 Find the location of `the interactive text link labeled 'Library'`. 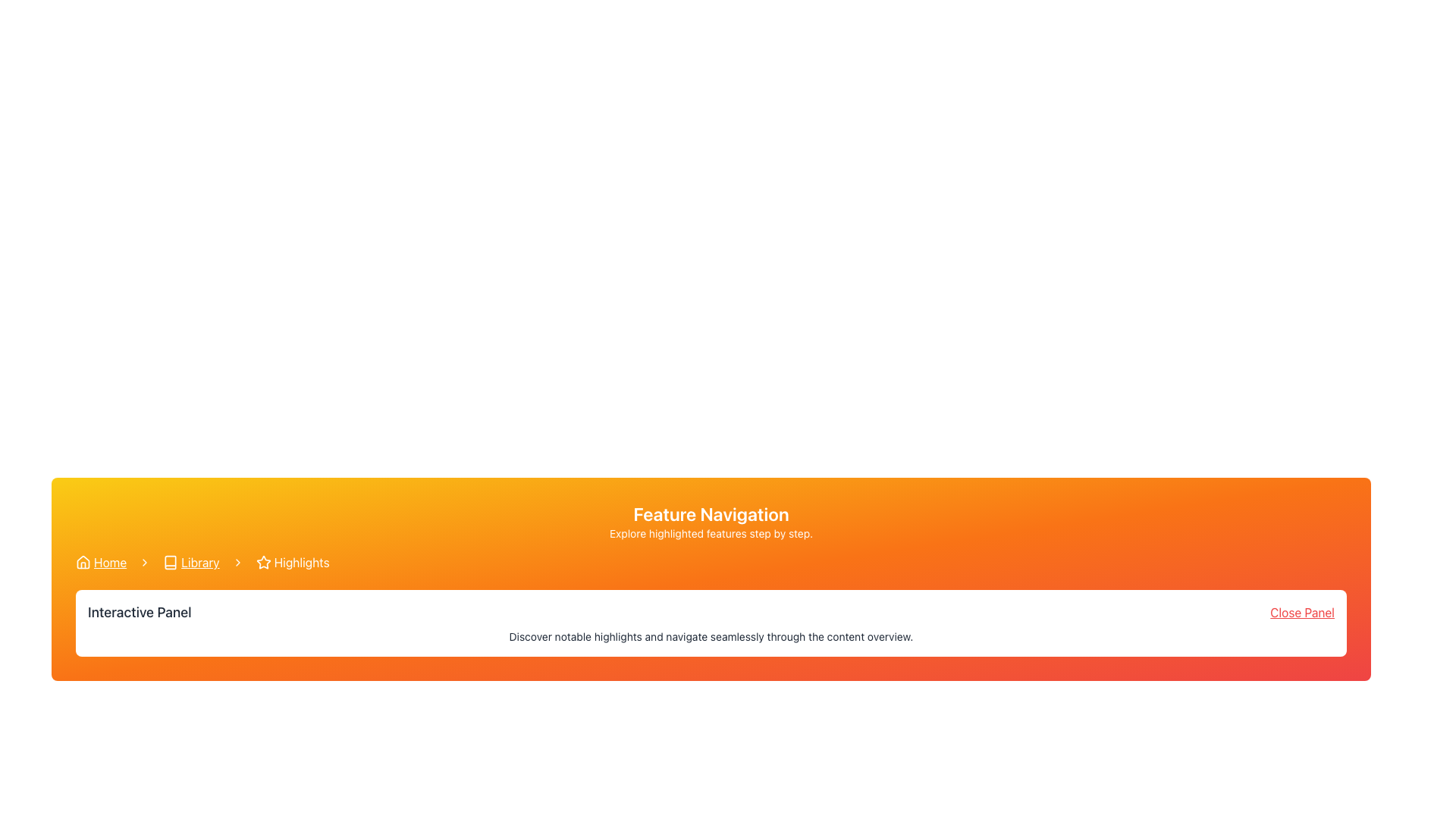

the interactive text link labeled 'Library' is located at coordinates (199, 562).